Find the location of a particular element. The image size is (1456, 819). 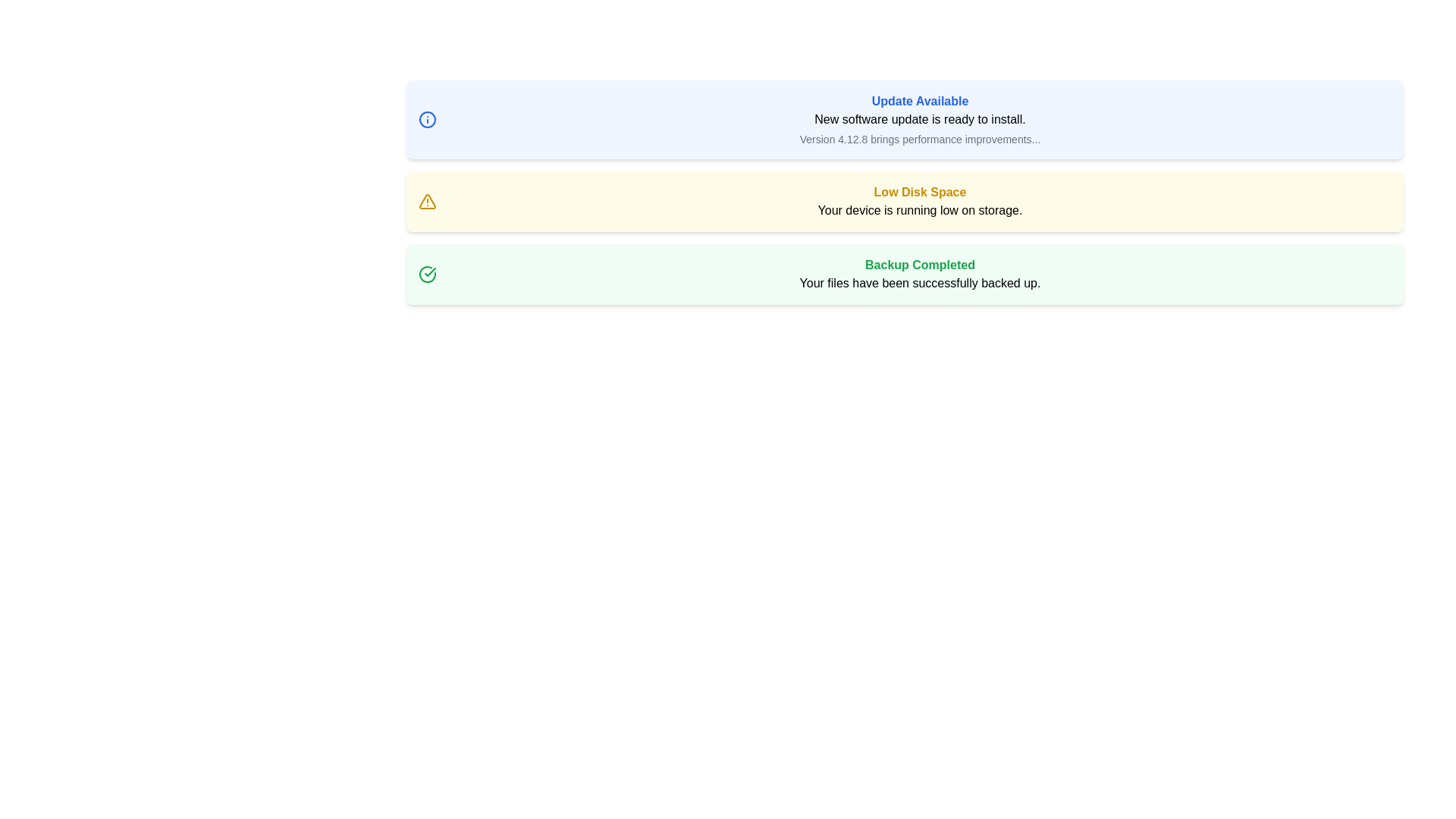

the text element that indicates the availability of a new software update, positioned below the title 'Update Available' is located at coordinates (919, 119).